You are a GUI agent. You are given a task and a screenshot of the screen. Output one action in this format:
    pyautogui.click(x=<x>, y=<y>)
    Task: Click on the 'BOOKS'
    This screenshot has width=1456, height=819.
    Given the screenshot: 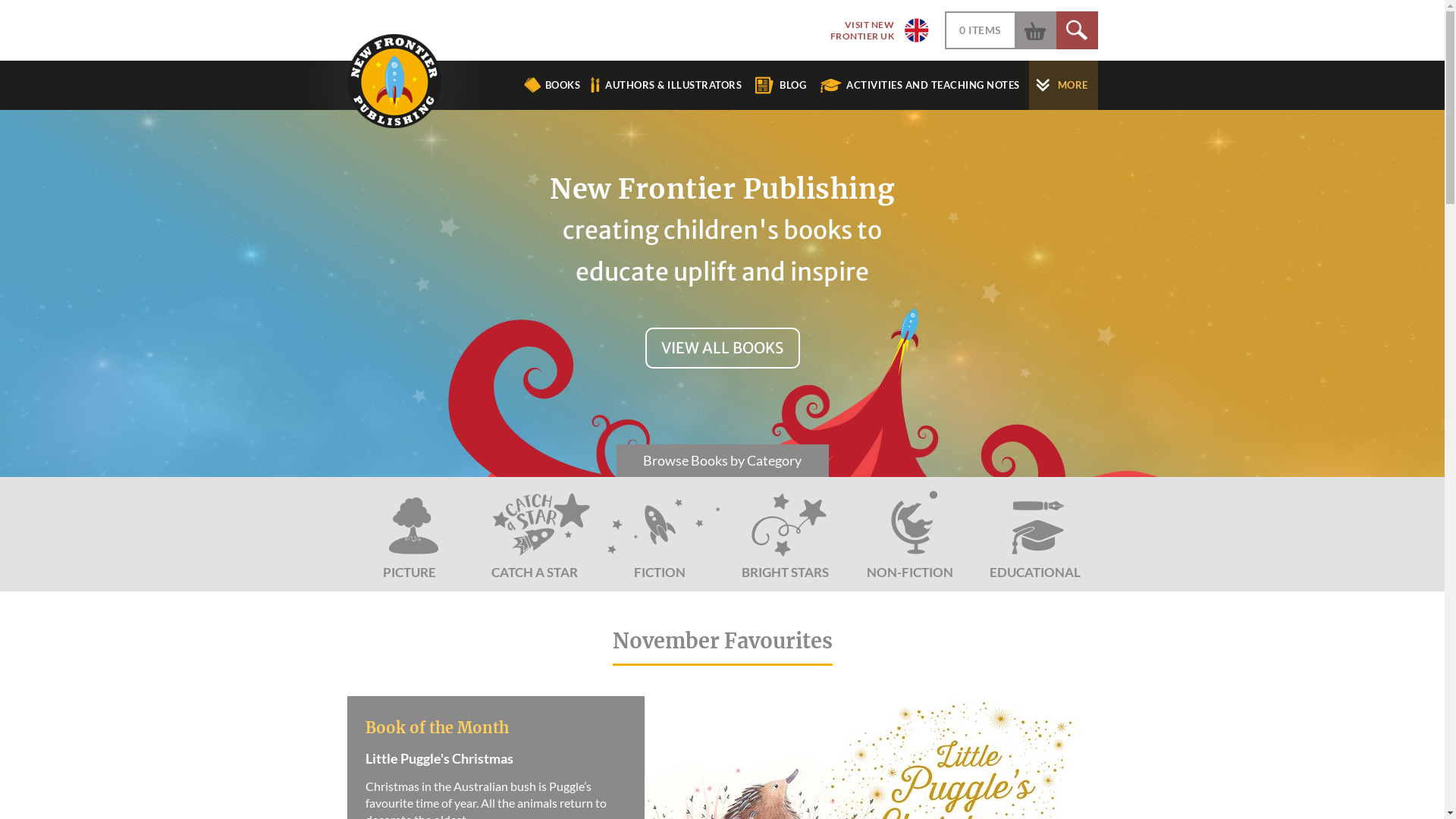 What is the action you would take?
    pyautogui.click(x=551, y=85)
    